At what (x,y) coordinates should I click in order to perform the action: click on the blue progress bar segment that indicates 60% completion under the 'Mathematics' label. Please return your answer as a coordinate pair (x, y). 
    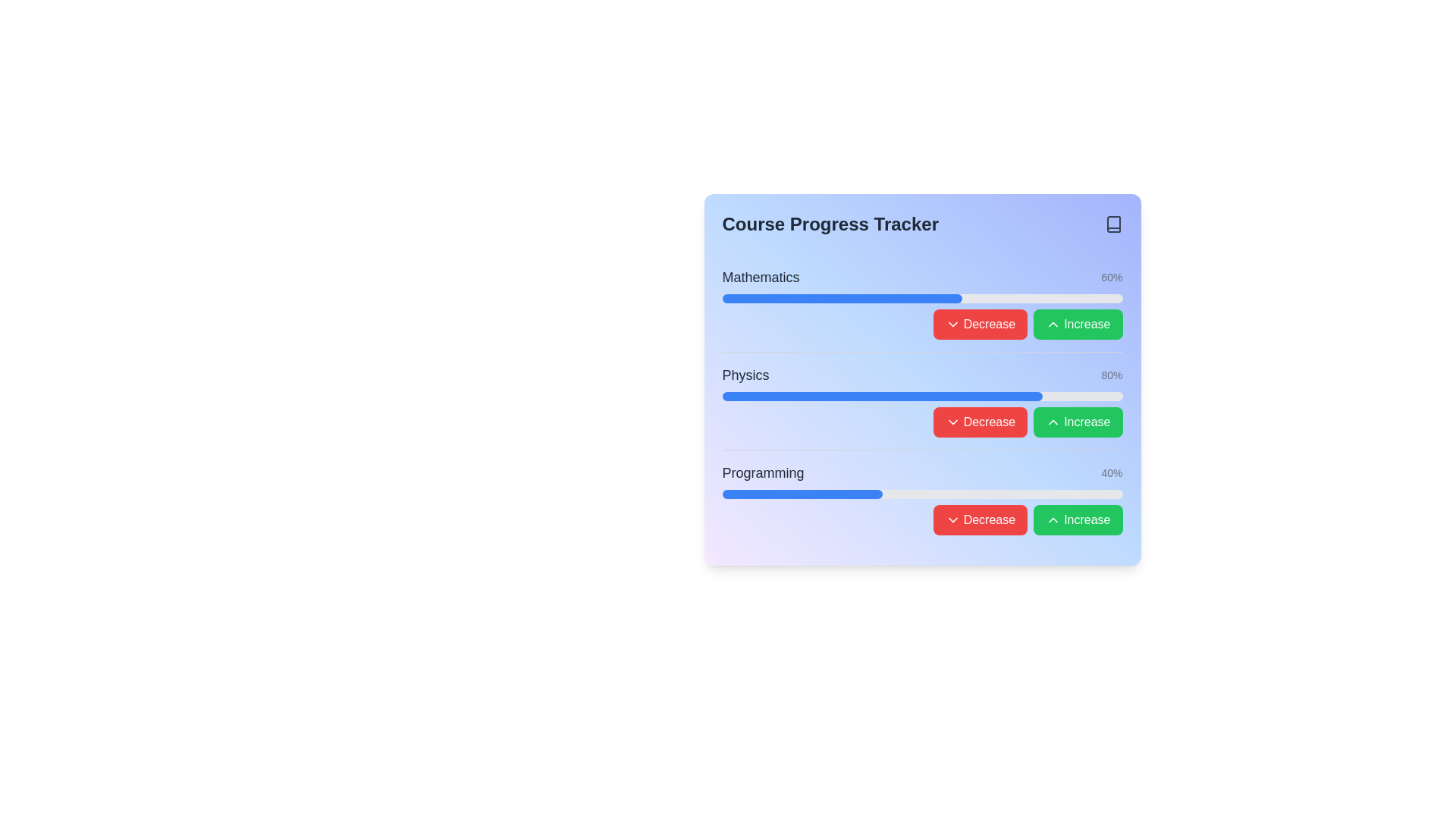
    Looking at the image, I should click on (841, 298).